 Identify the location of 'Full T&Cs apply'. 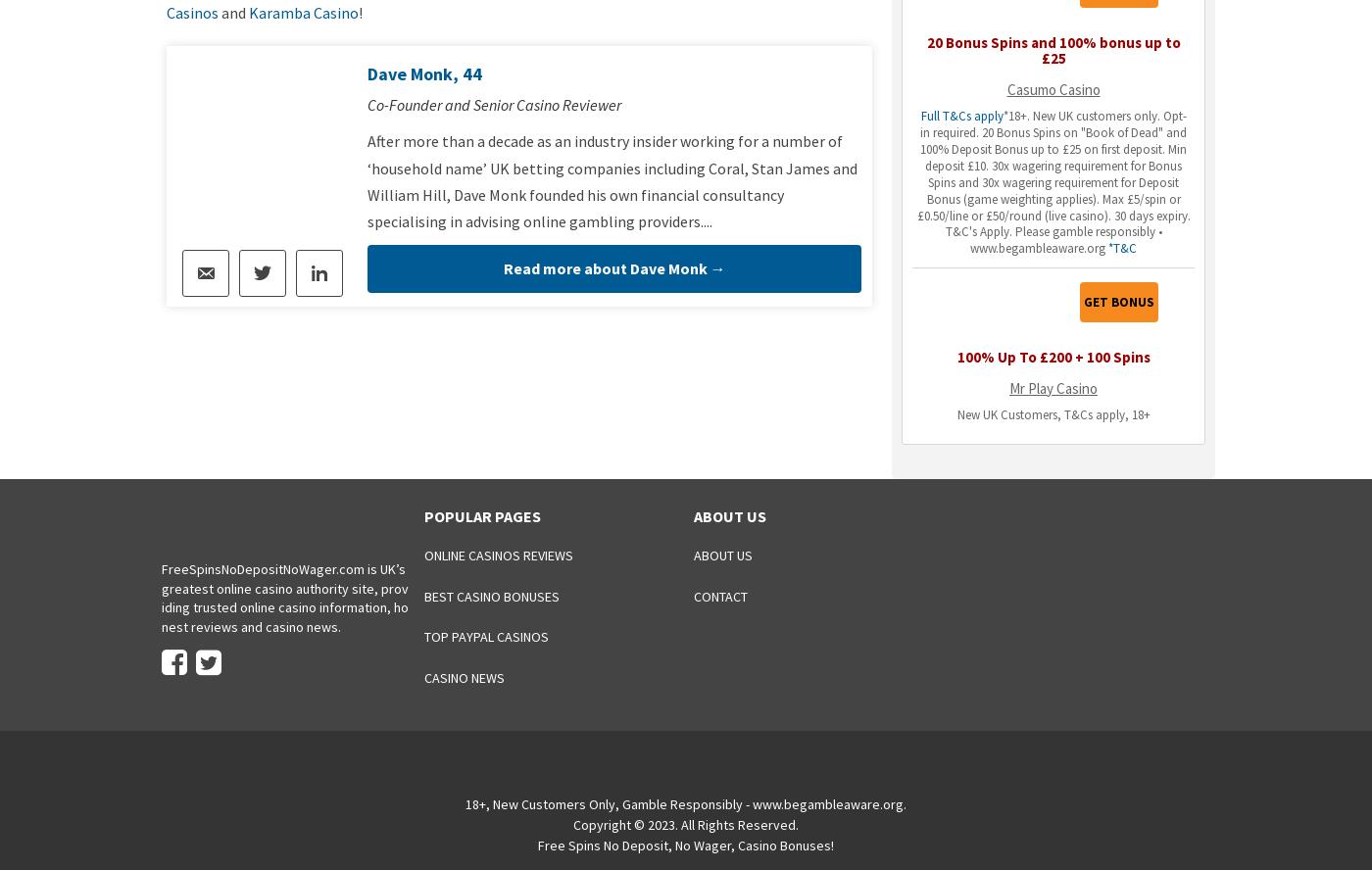
(959, 116).